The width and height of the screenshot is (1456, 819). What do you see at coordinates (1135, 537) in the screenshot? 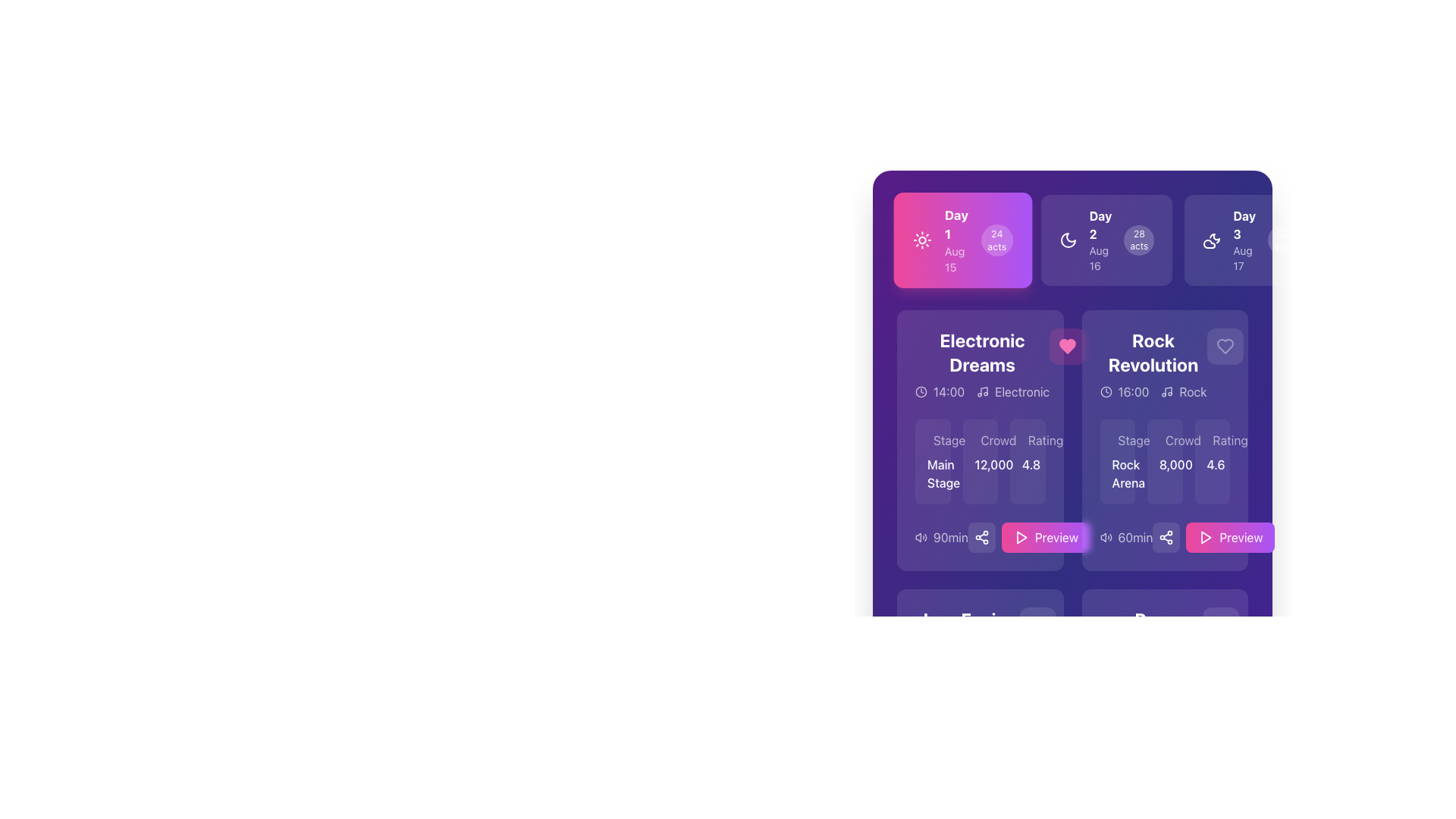
I see `the static text label displaying '60min' within the 'Rock Revolution' card under the 'Duration' section, which is styled in white color with slight transparency` at bounding box center [1135, 537].